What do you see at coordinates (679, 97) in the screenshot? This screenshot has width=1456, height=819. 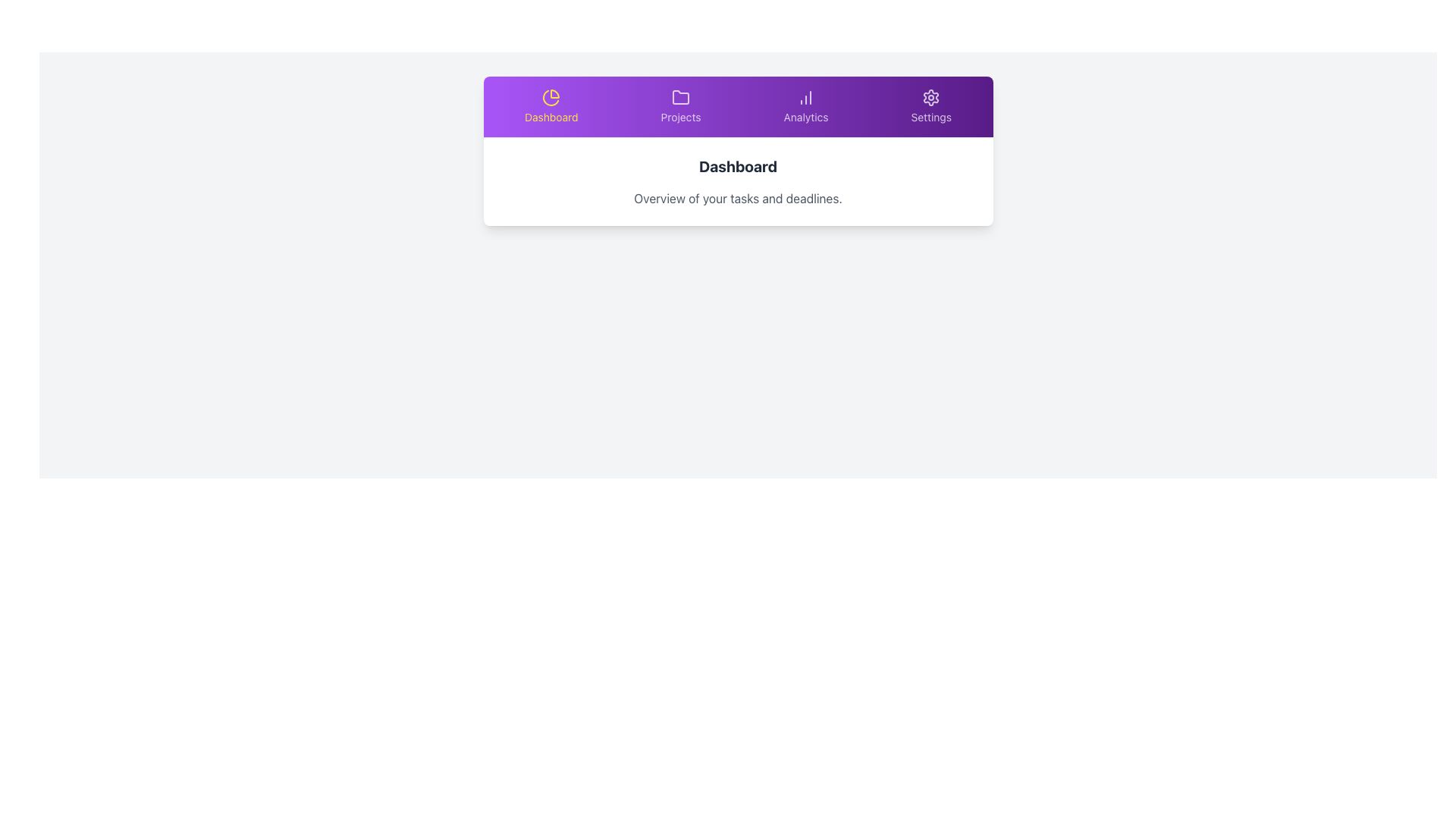 I see `the folder icon located in the navigation bar` at bounding box center [679, 97].